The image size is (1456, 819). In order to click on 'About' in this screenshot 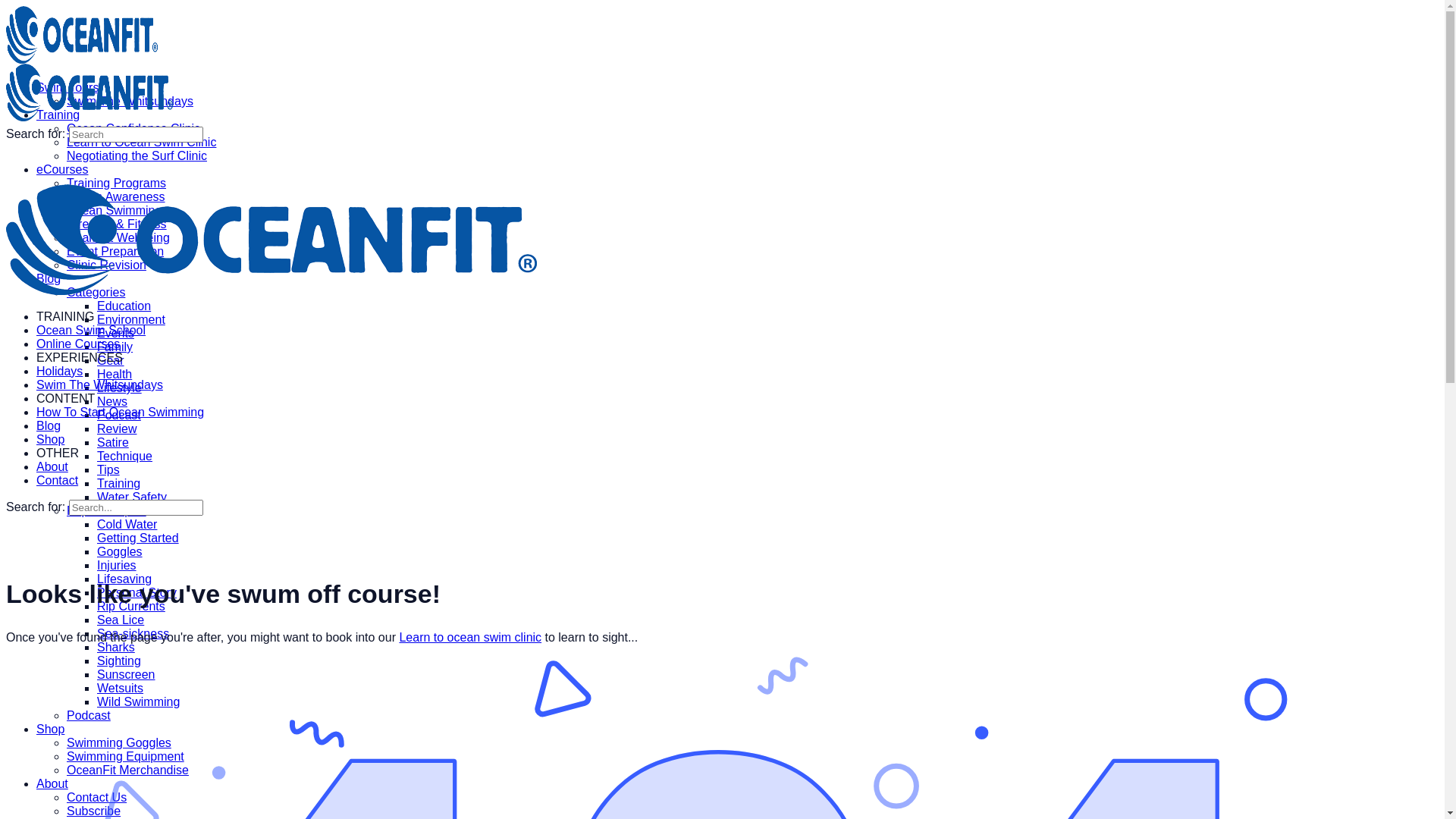, I will do `click(52, 466)`.